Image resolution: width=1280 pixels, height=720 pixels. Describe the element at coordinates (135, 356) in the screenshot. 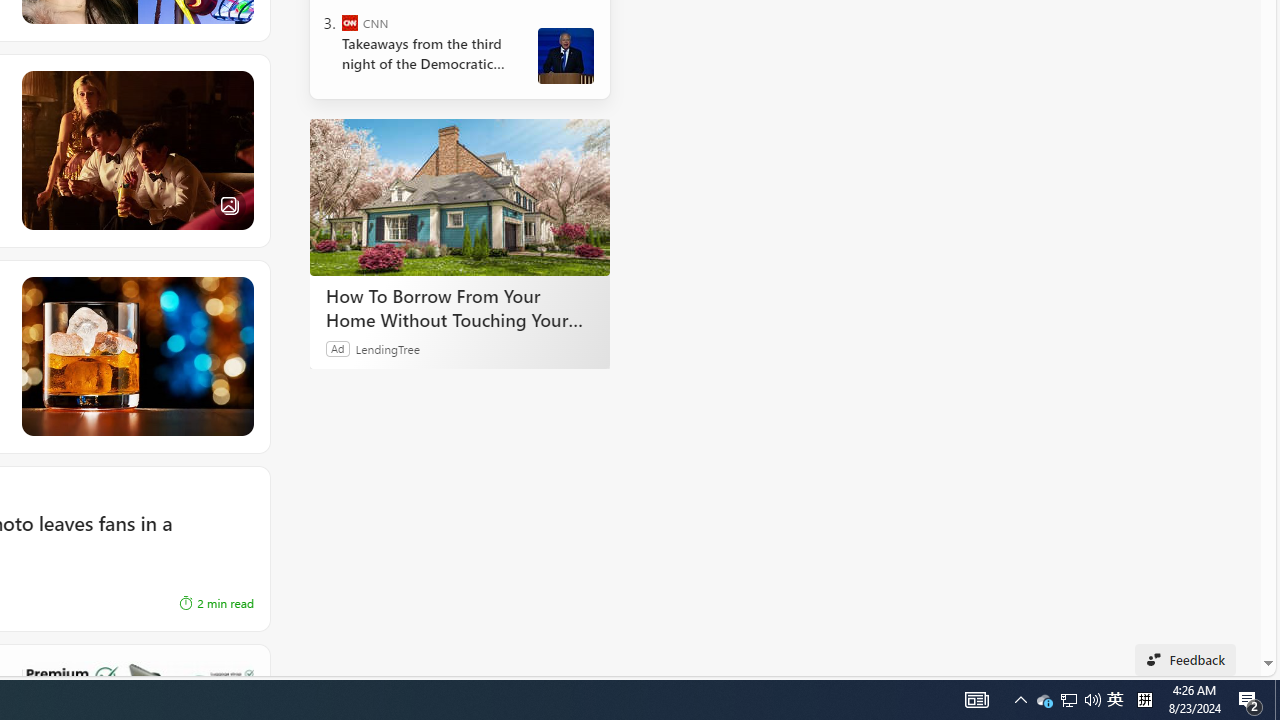

I see `'glass of whiskey'` at that location.